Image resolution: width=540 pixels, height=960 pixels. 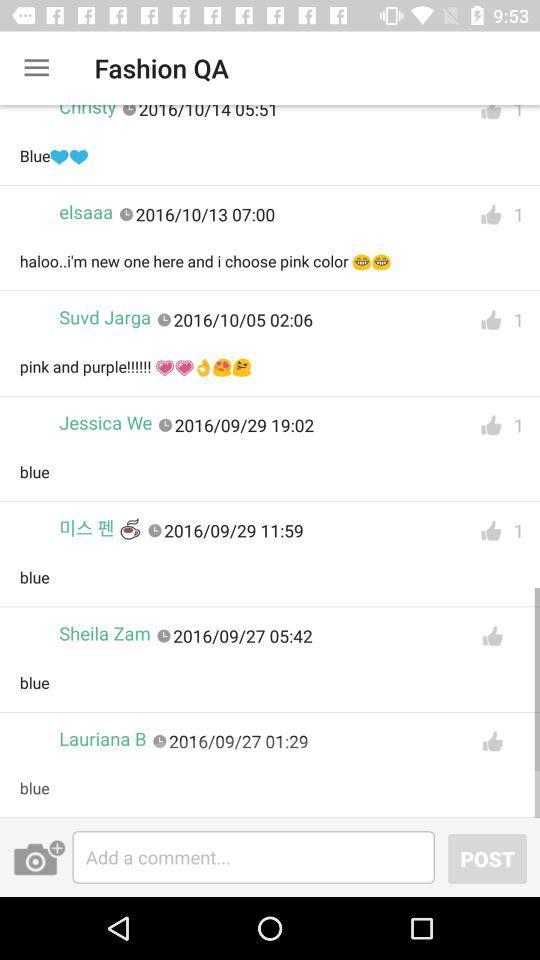 What do you see at coordinates (105, 317) in the screenshot?
I see `suvd jarga item` at bounding box center [105, 317].